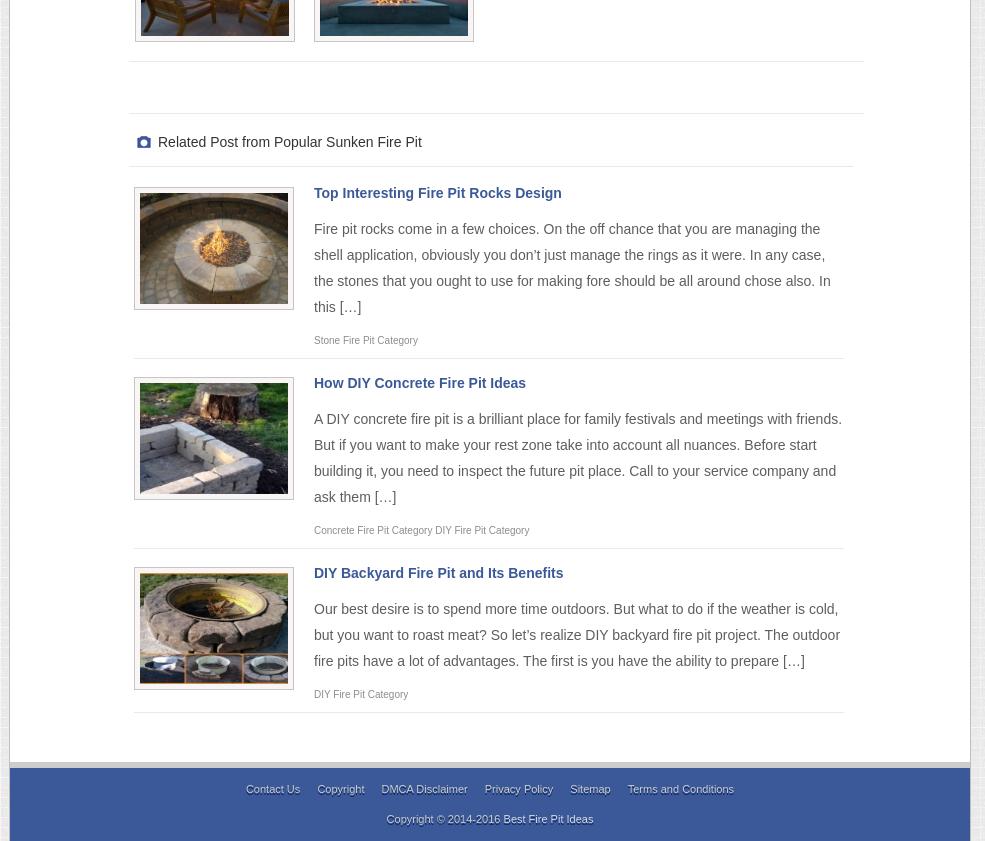  What do you see at coordinates (679, 788) in the screenshot?
I see `'Terms and Conditions'` at bounding box center [679, 788].